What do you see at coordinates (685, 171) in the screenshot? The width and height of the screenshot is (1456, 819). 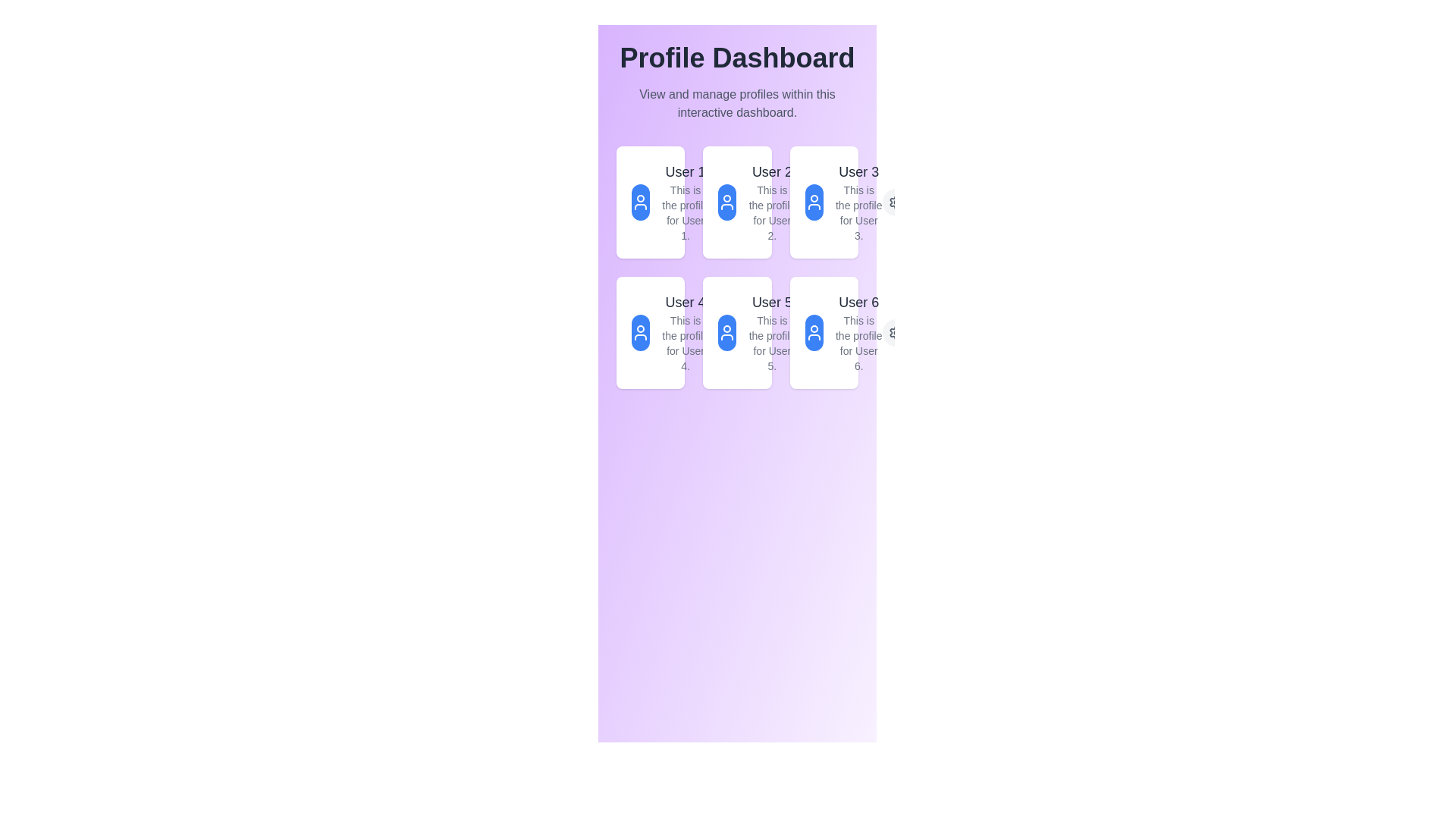 I see `text 'User 1' displayed in bold, dark gray font within the top-left card of the profile grid` at bounding box center [685, 171].